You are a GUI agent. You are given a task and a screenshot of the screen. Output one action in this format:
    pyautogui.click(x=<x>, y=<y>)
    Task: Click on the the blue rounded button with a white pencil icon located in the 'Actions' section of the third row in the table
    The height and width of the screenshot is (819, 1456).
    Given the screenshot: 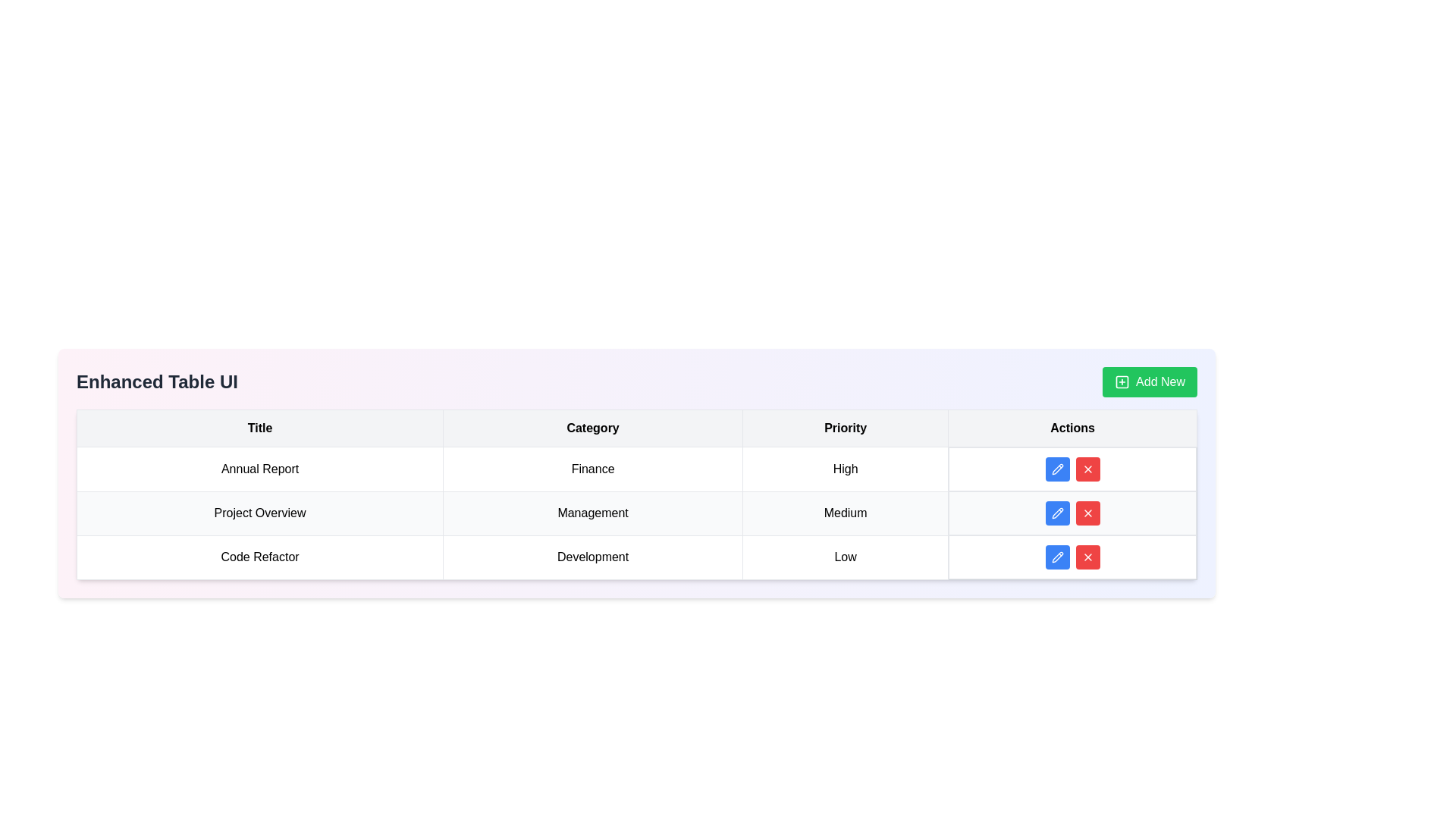 What is the action you would take?
    pyautogui.click(x=1056, y=557)
    